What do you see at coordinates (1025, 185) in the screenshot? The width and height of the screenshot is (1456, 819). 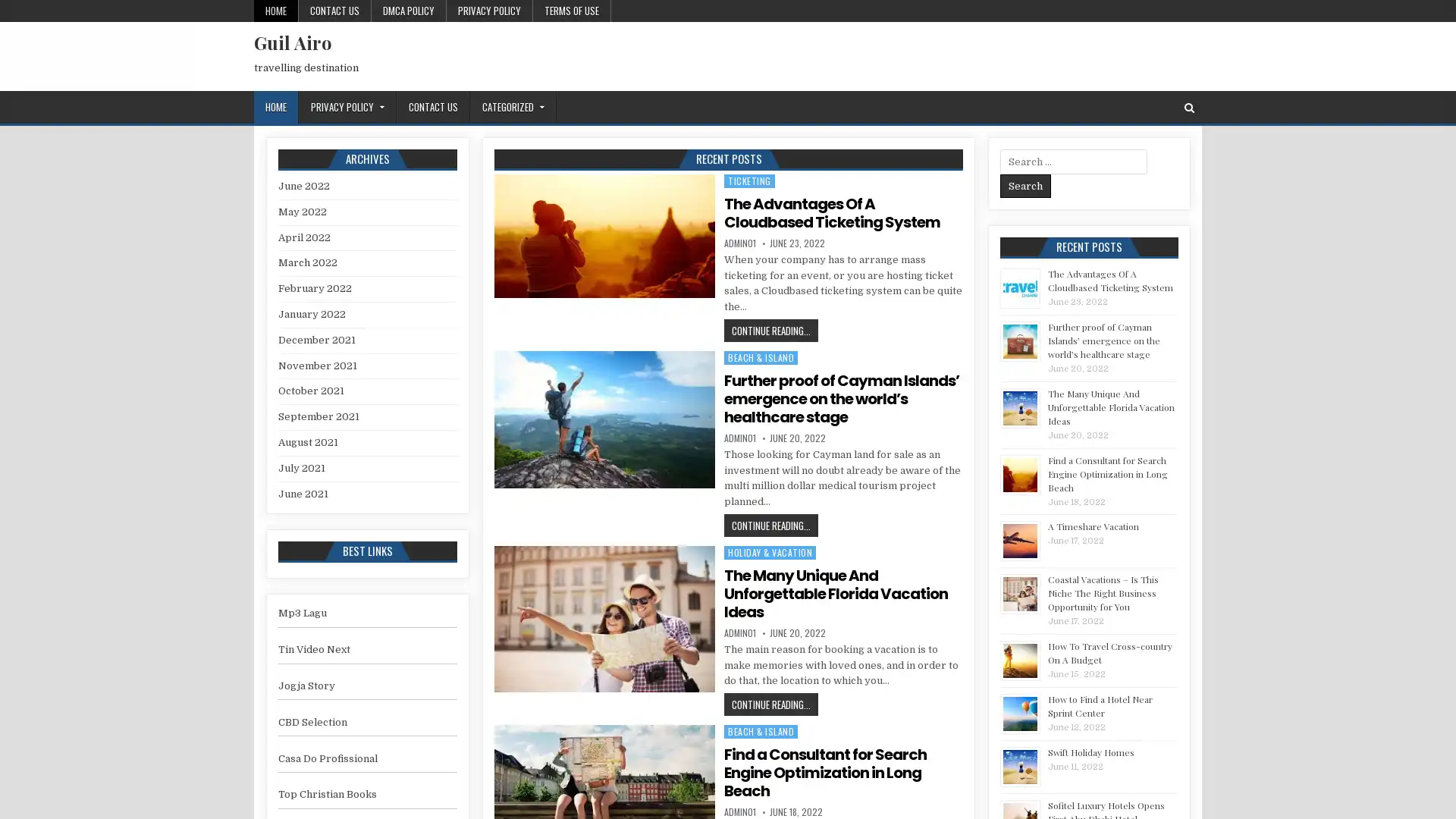 I see `Search` at bounding box center [1025, 185].